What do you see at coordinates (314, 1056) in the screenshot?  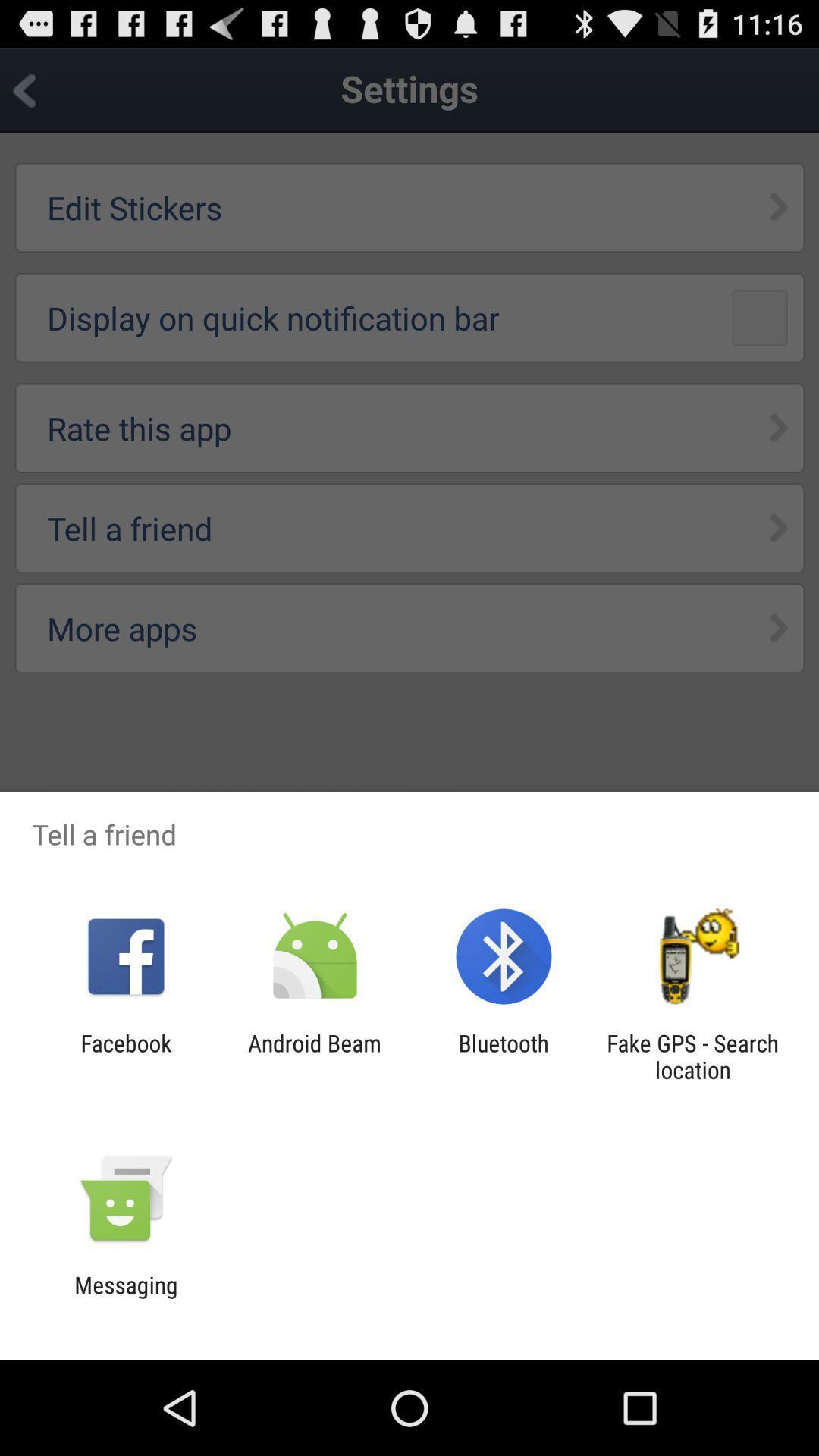 I see `the icon to the right of facebook` at bounding box center [314, 1056].